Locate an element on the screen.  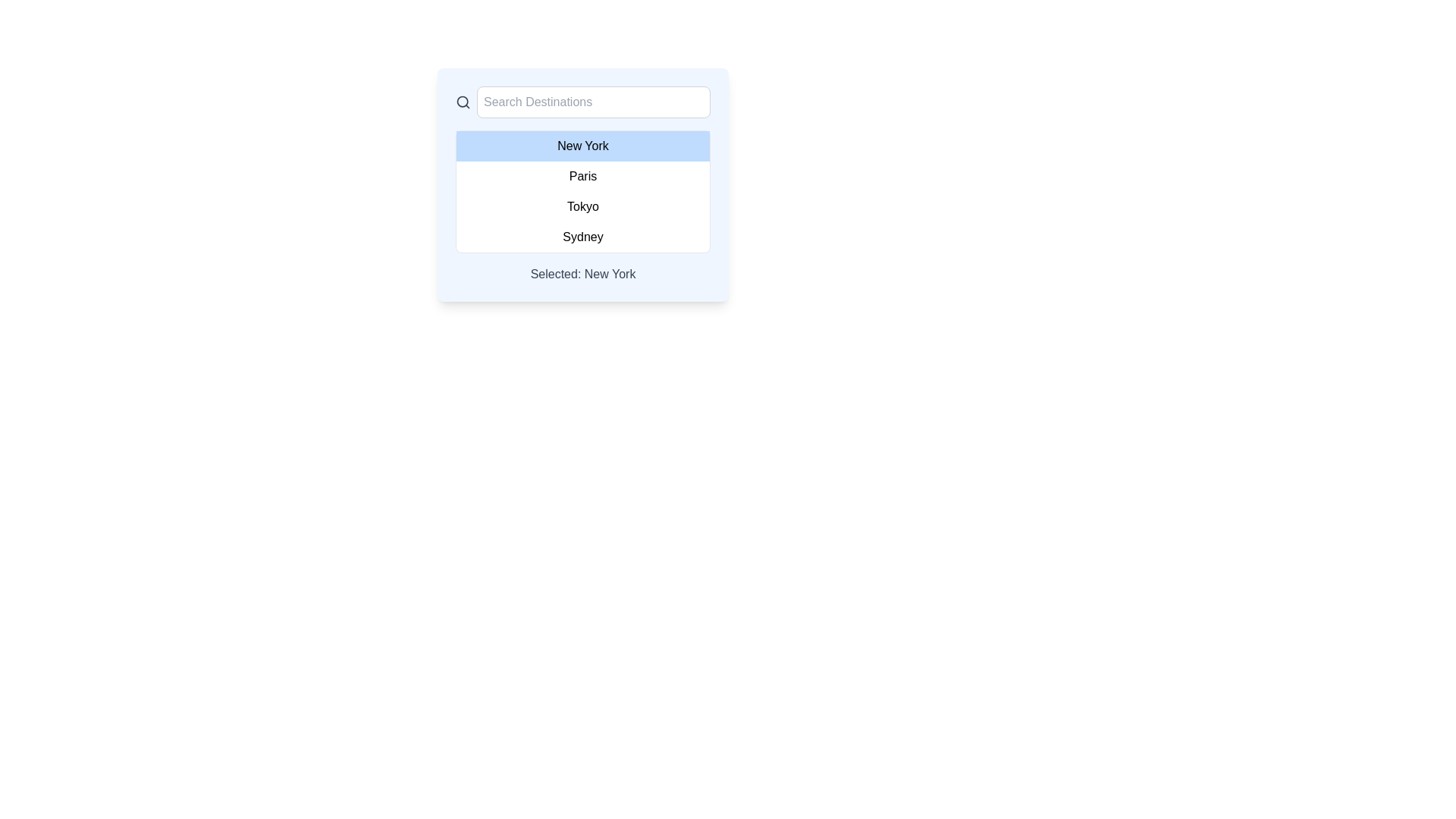
text content of the first option in the list of cities, which is located under the 'Search Destinations' input field is located at coordinates (582, 146).